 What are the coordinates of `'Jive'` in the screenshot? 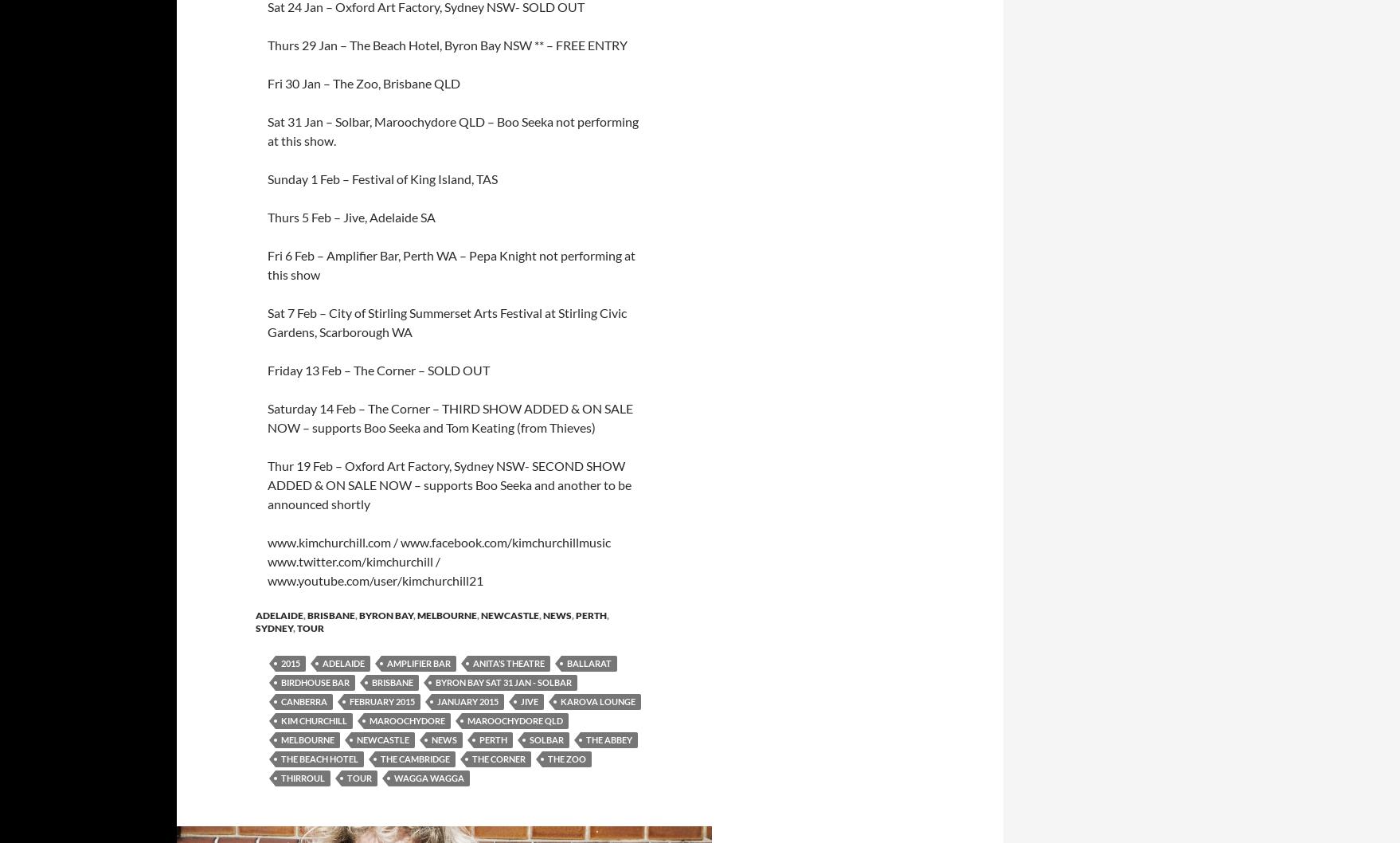 It's located at (530, 700).